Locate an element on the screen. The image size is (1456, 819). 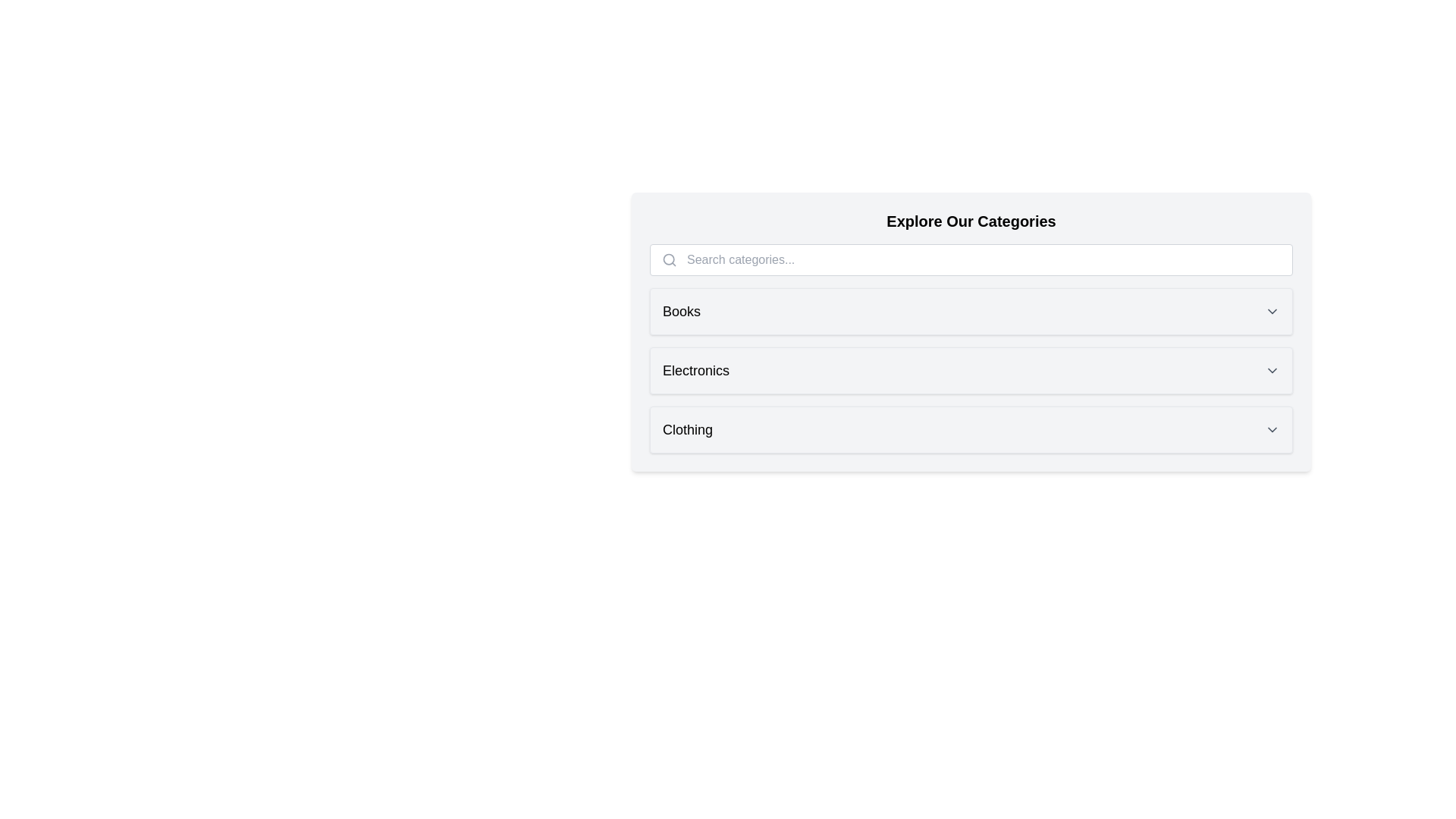
the chevron of the category Clothing to expand or collapse it is located at coordinates (1272, 430).